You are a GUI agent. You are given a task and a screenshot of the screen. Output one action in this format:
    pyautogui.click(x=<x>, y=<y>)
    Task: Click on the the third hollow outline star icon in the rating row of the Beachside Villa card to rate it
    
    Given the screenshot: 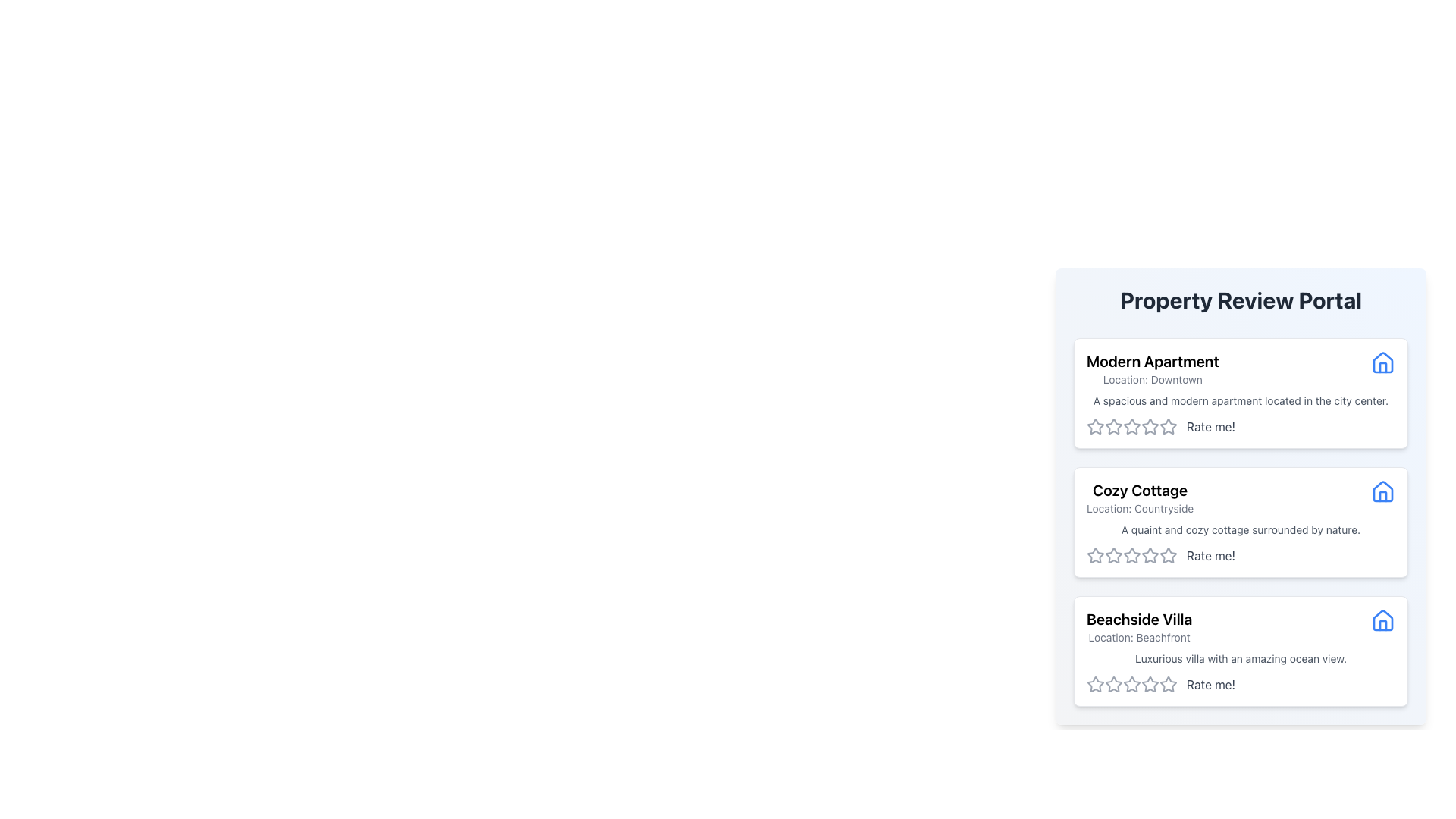 What is the action you would take?
    pyautogui.click(x=1167, y=684)
    